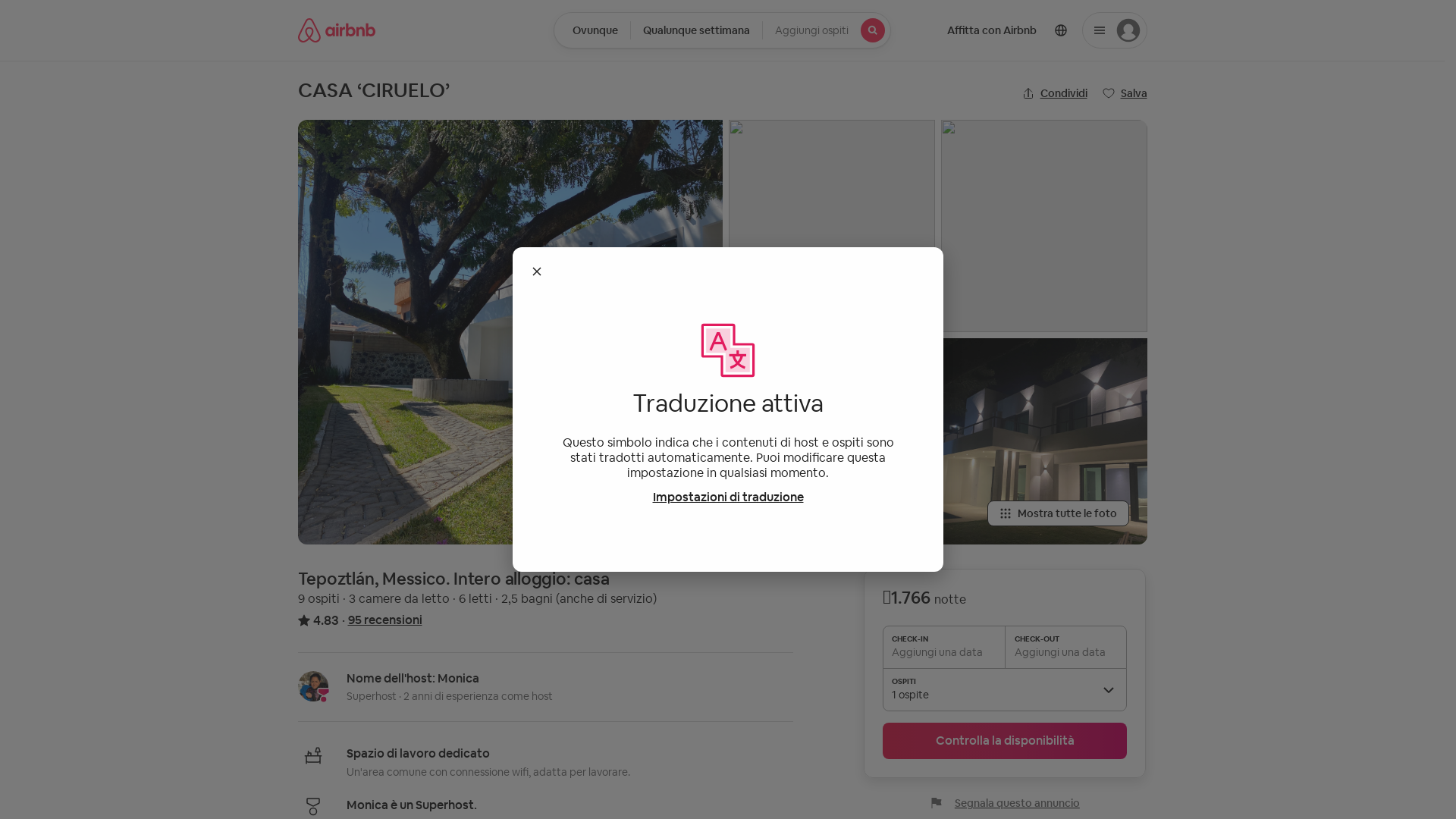 The image size is (1456, 819). I want to click on 'Affitta con Airbnb', so click(990, 30).